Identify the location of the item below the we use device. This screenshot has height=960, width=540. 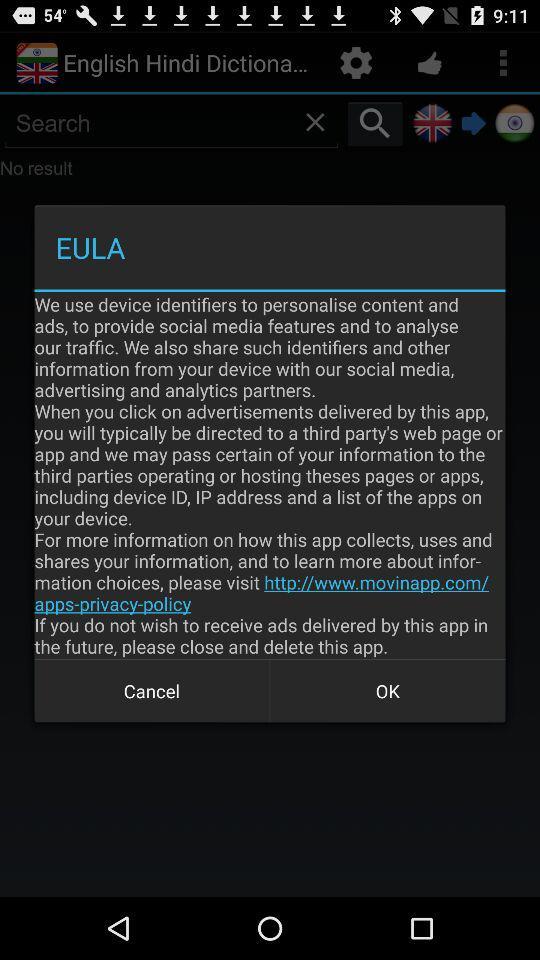
(387, 691).